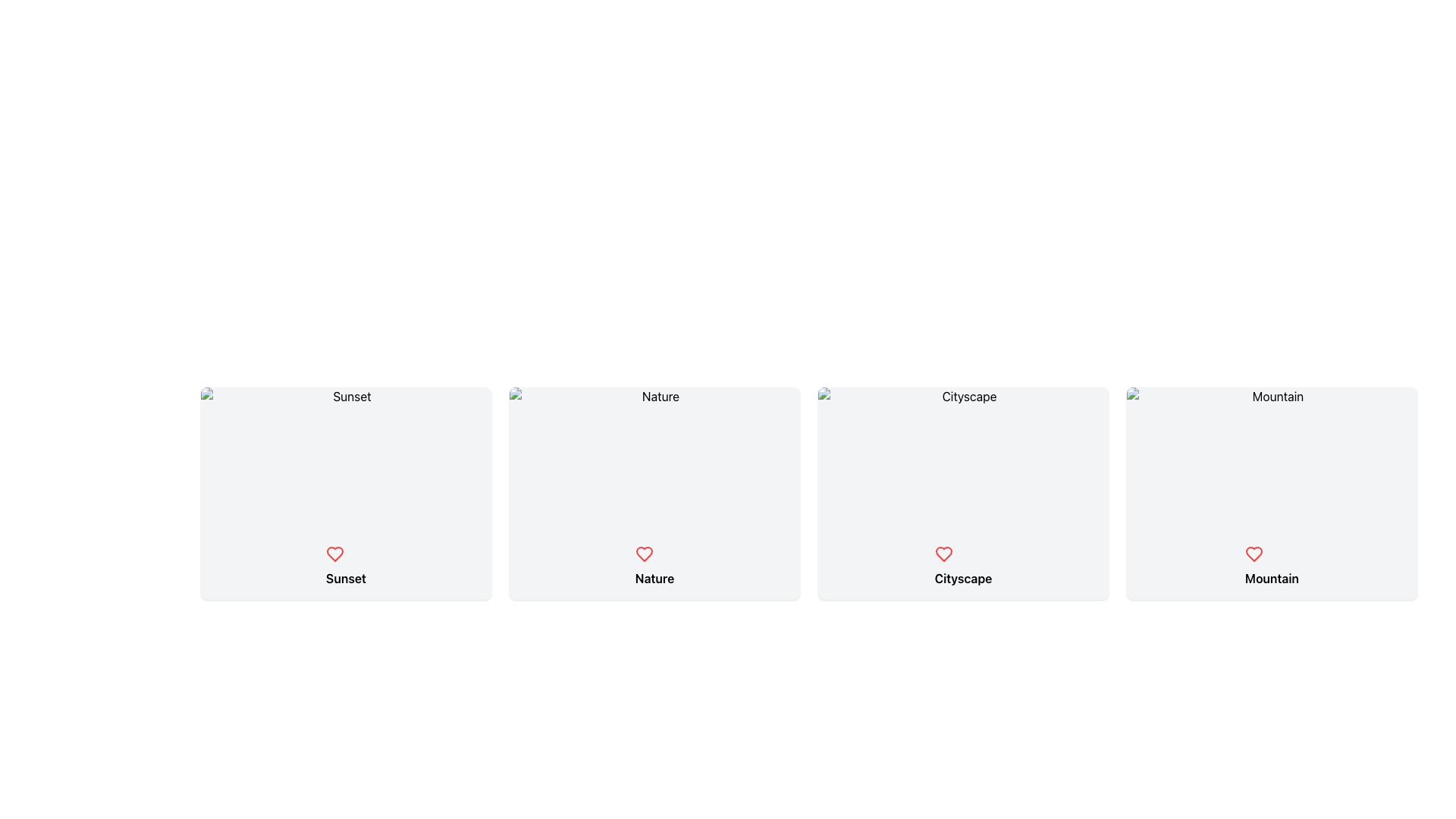 Image resolution: width=1456 pixels, height=819 pixels. I want to click on the image displaying the 'Mountain' card, which is positioned at the top of the fourth card in a horizontal list, so click(1272, 459).